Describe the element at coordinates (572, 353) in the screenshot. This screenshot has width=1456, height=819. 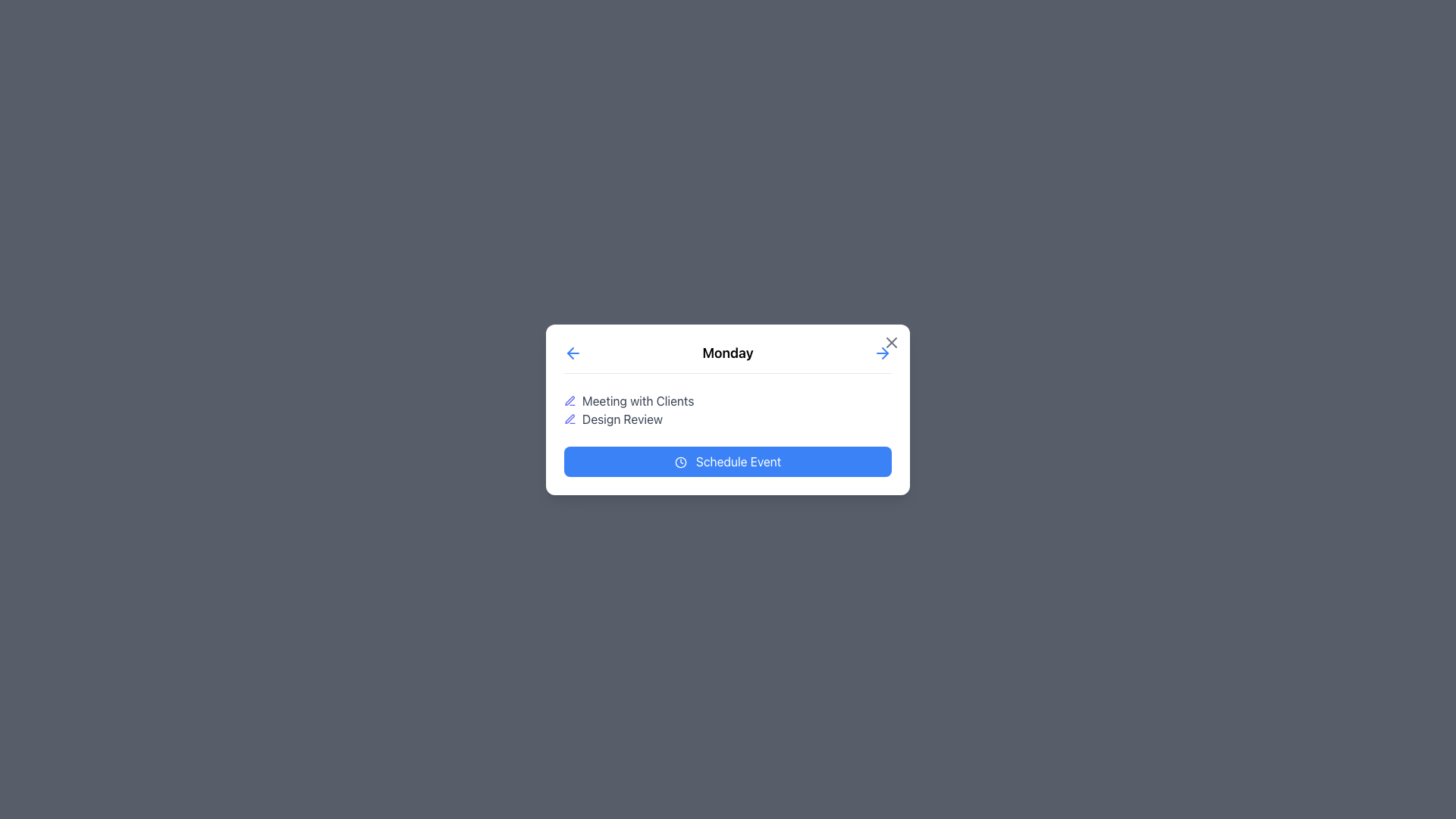
I see `the 'Back' button located to the left of the 'Monday' heading to observe the hover effect` at that location.